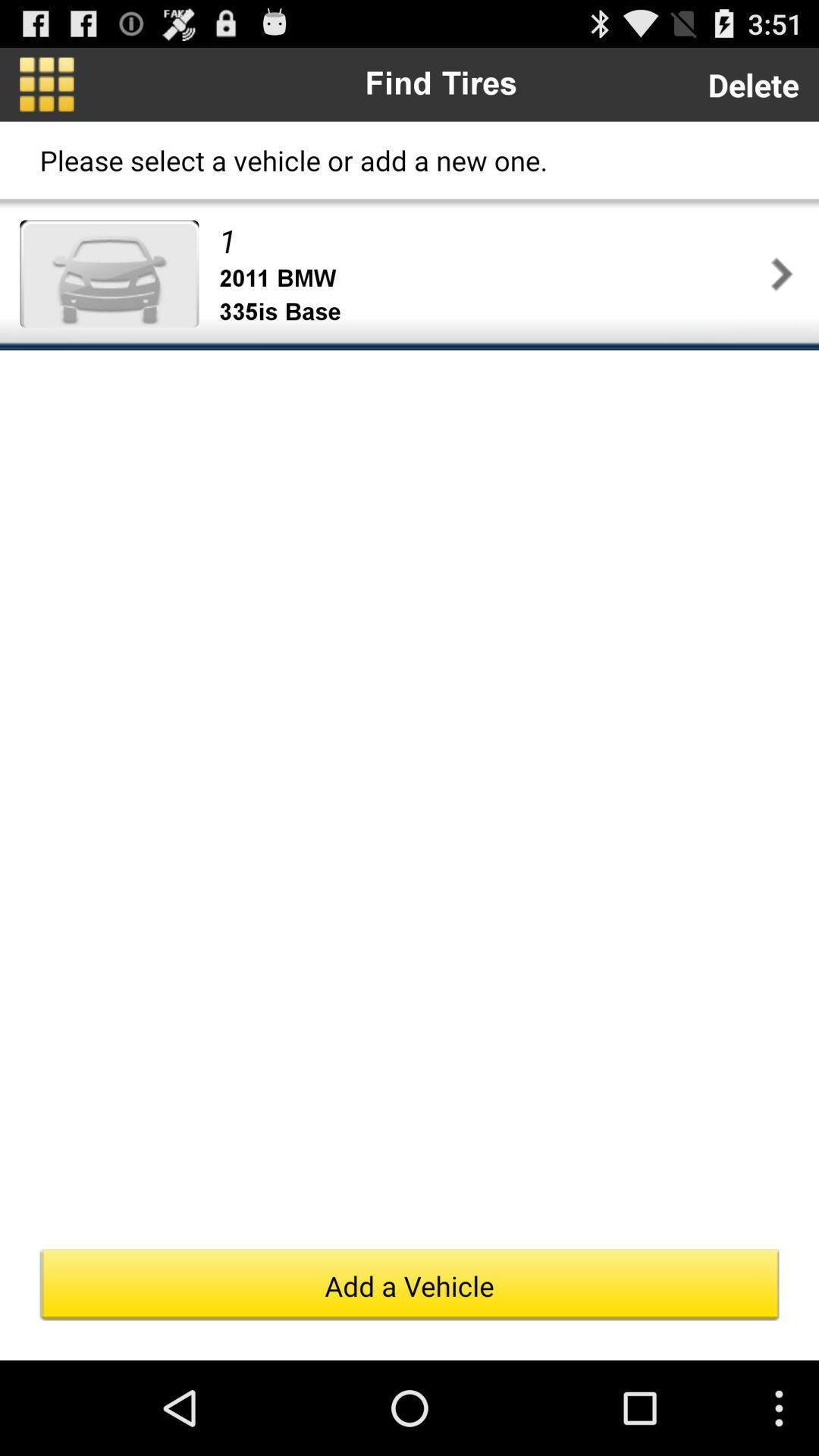  I want to click on item below 2011 bmw, so click(491, 312).